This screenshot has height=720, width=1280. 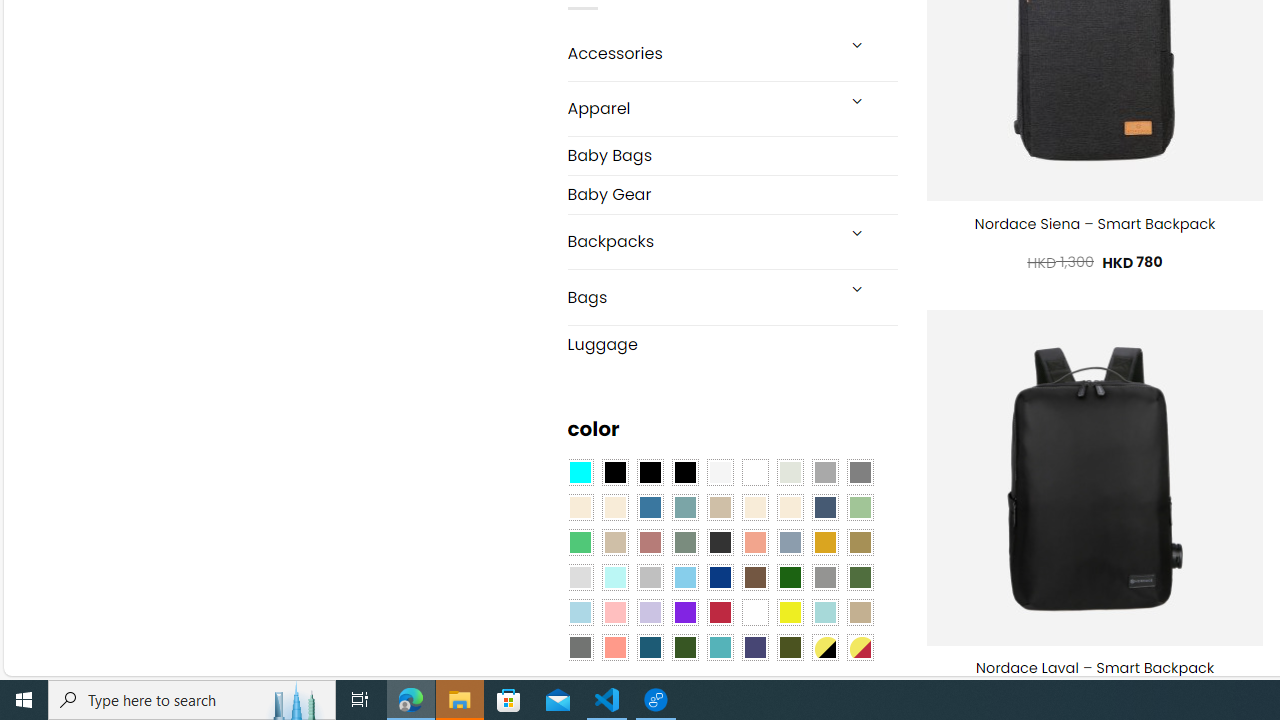 What do you see at coordinates (684, 507) in the screenshot?
I see `'Blue Sage'` at bounding box center [684, 507].